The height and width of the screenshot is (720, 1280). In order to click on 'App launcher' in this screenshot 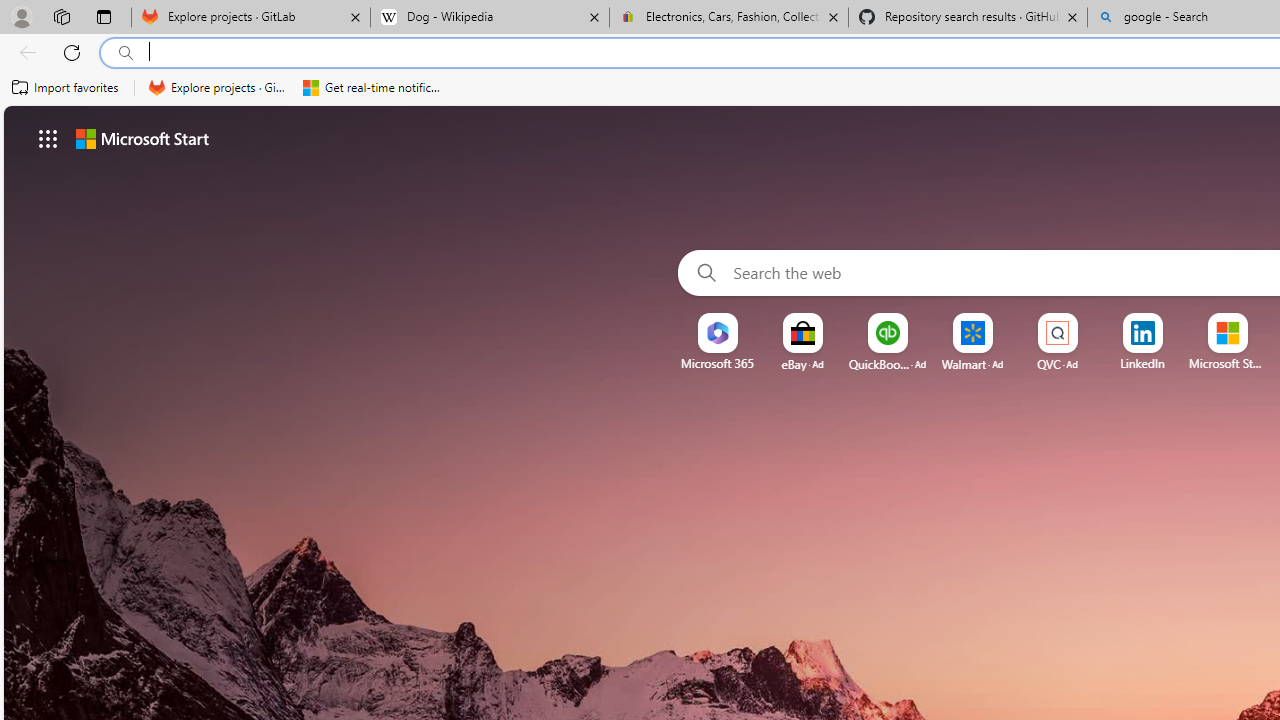, I will do `click(48, 137)`.